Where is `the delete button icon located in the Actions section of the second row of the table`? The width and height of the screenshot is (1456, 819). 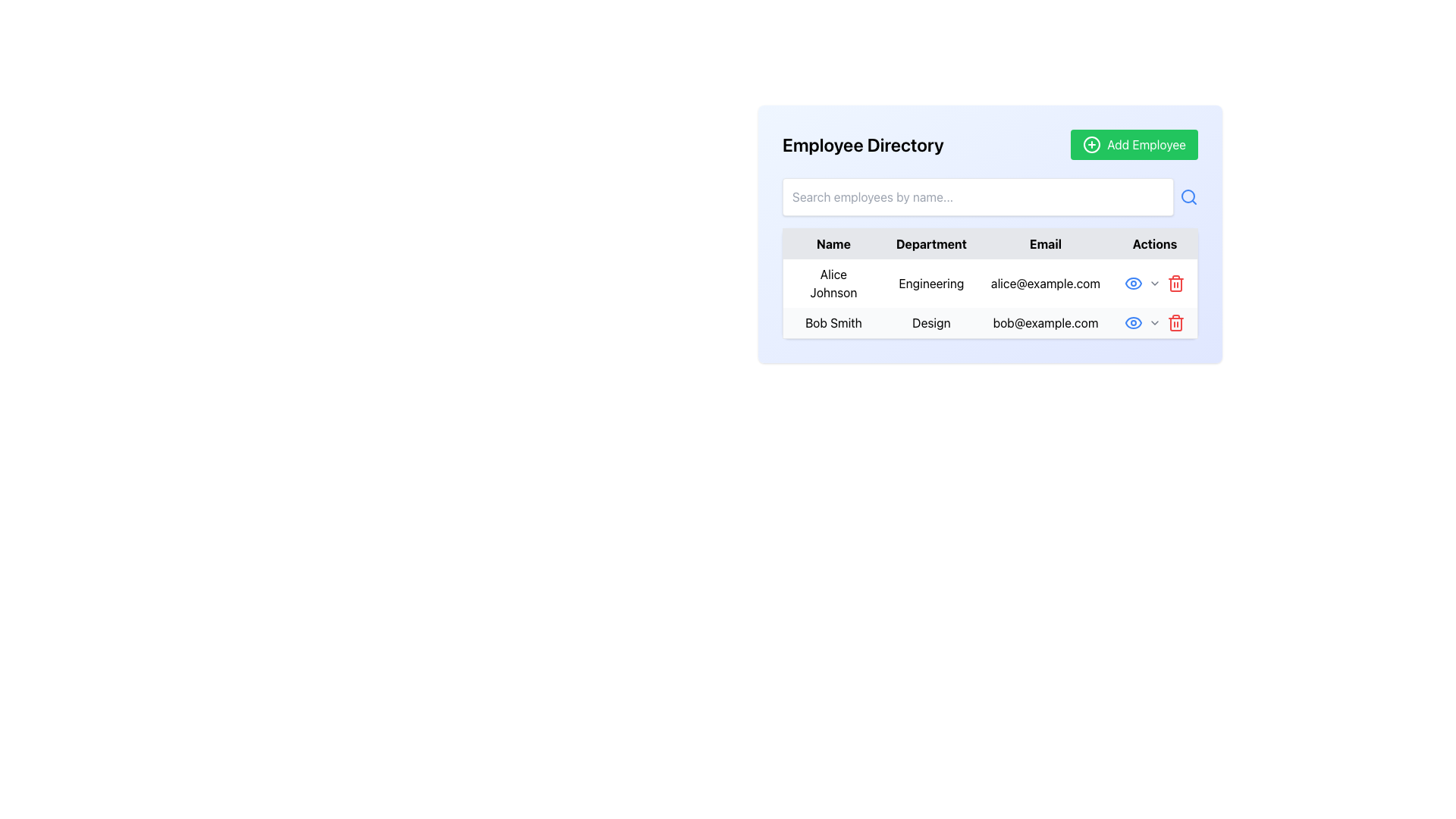
the delete button icon located in the Actions section of the second row of the table is located at coordinates (1175, 284).